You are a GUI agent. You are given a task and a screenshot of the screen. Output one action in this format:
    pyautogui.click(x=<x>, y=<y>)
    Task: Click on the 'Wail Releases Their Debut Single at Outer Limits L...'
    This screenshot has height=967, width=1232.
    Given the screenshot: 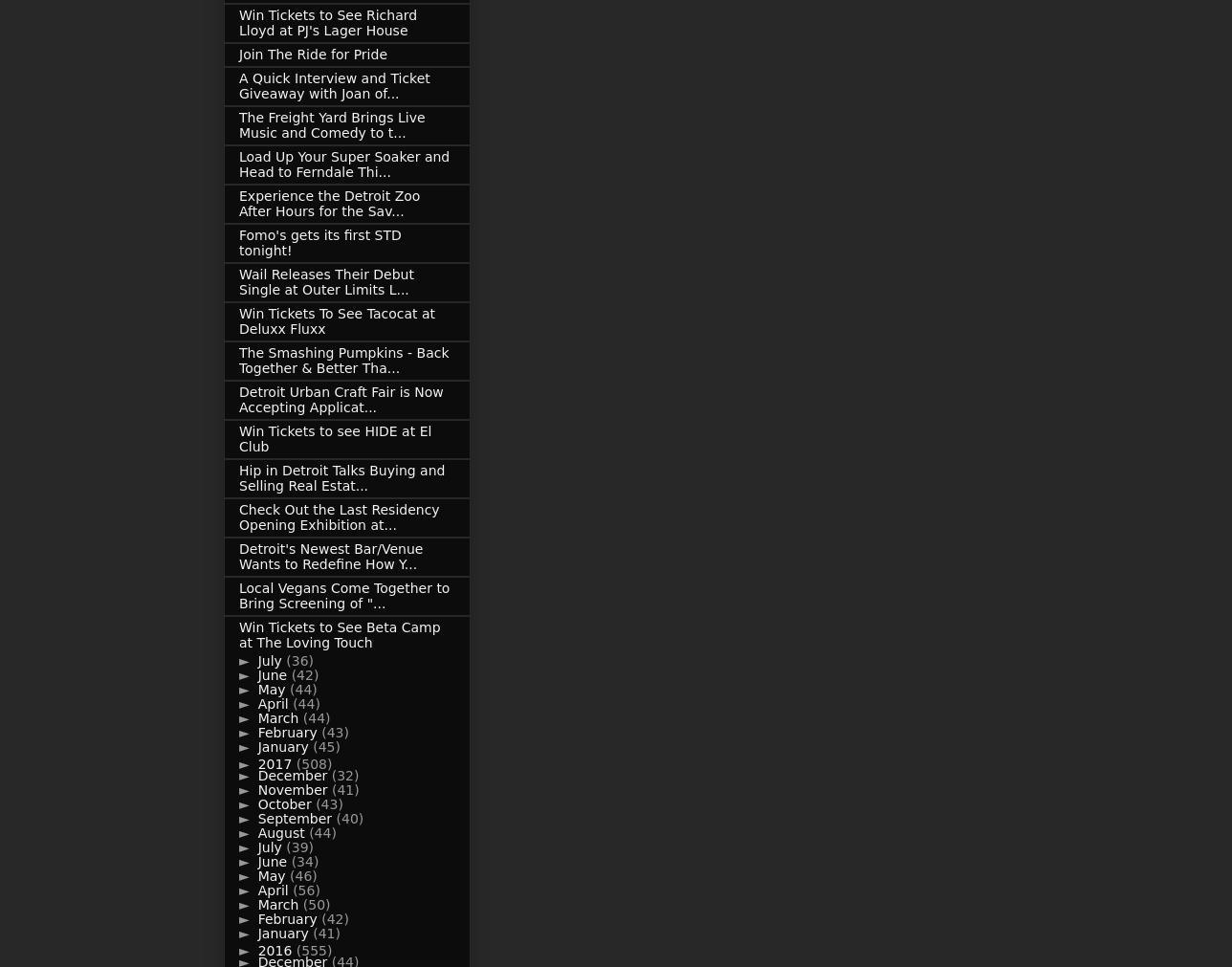 What is the action you would take?
    pyautogui.click(x=326, y=282)
    